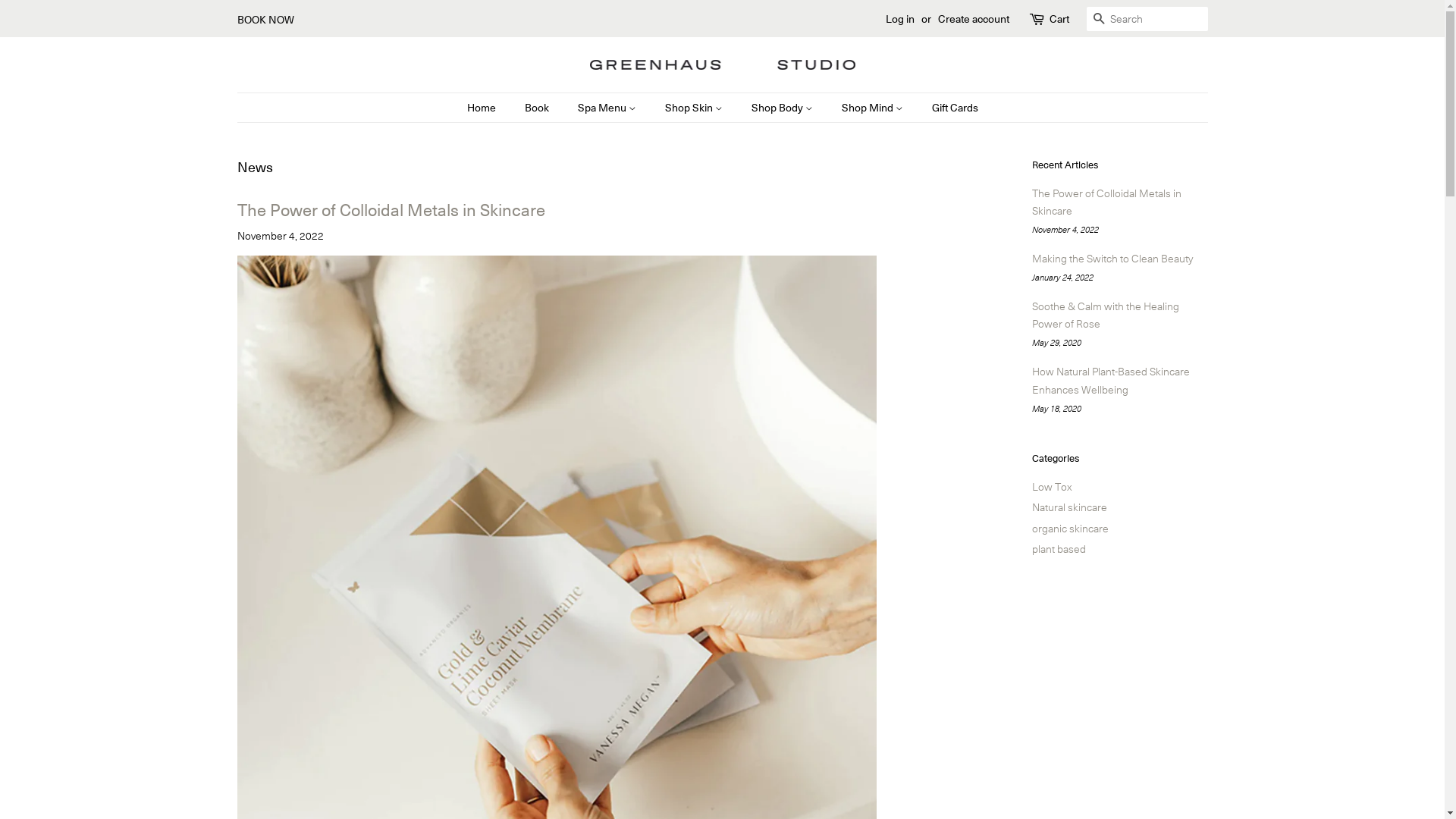 Image resolution: width=1456 pixels, height=819 pixels. Describe the element at coordinates (1098, 19) in the screenshot. I see `'Search'` at that location.